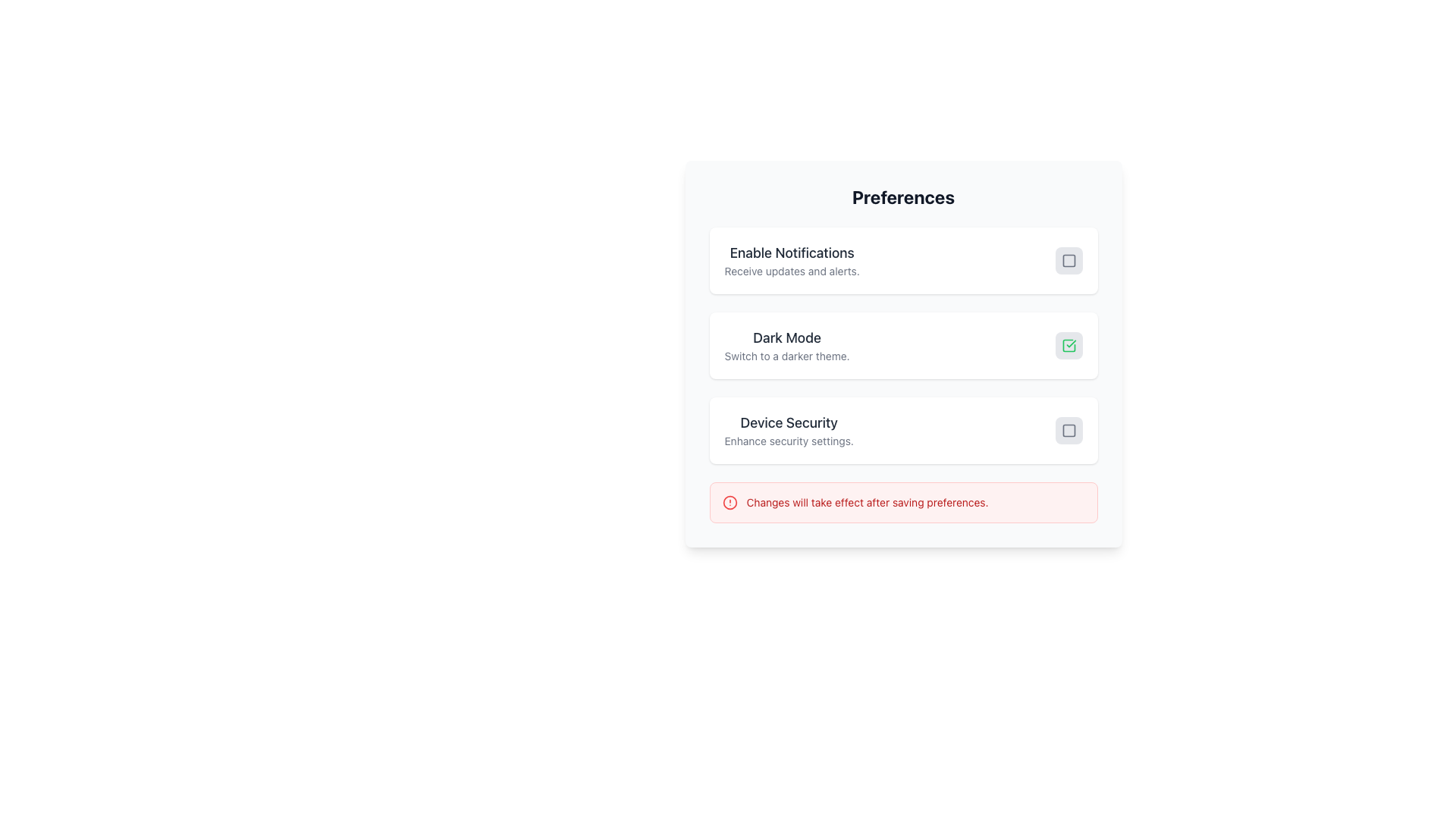  I want to click on the green outlined square icon with a checkmark, located to the right of the 'Dark Mode' text label, so click(1068, 345).